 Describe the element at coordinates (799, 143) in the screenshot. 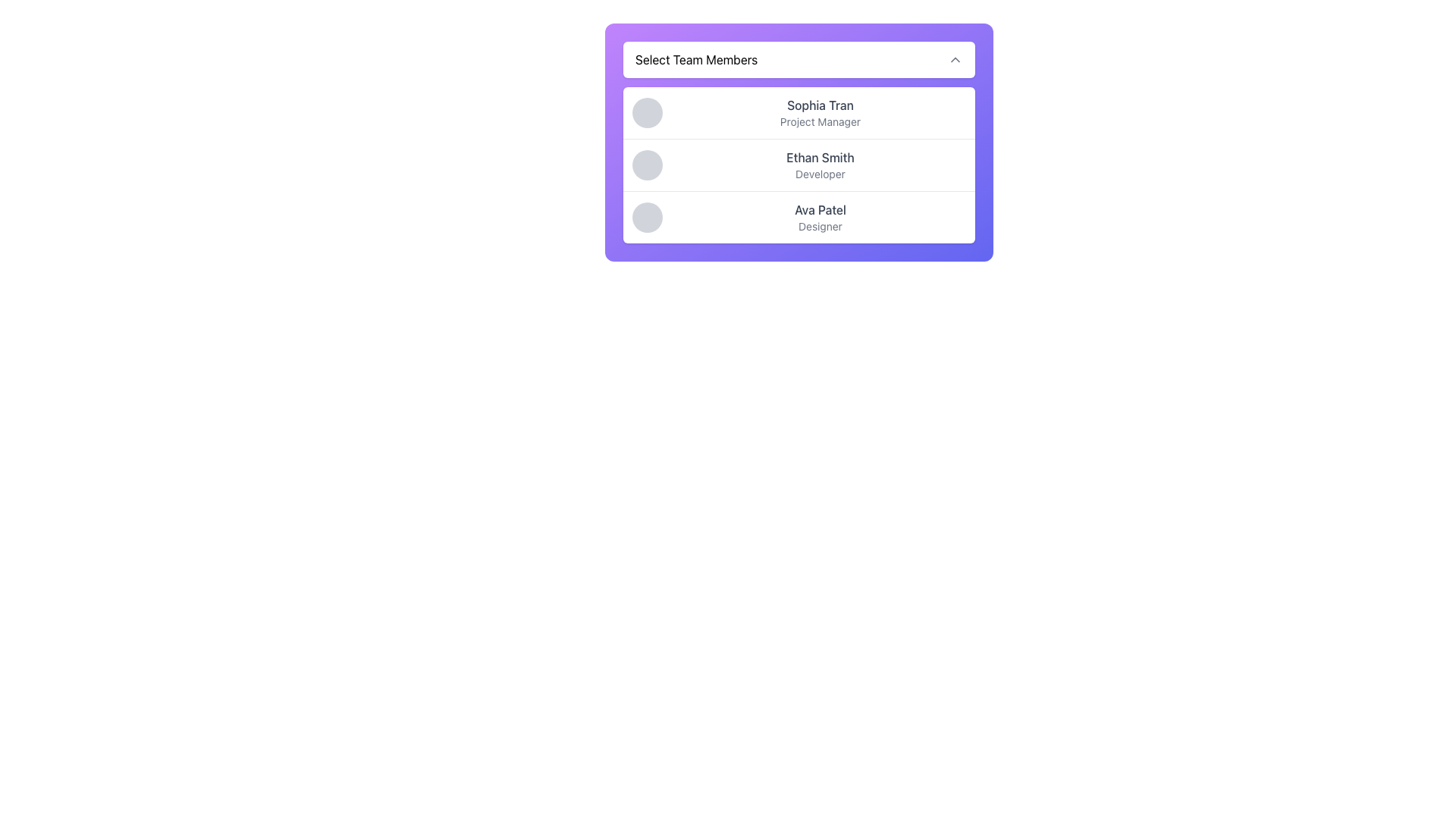

I see `the team member's card within the rectangular component that has a gradient background transitioning from purple to indigo, which contains a list of selectable items` at that location.